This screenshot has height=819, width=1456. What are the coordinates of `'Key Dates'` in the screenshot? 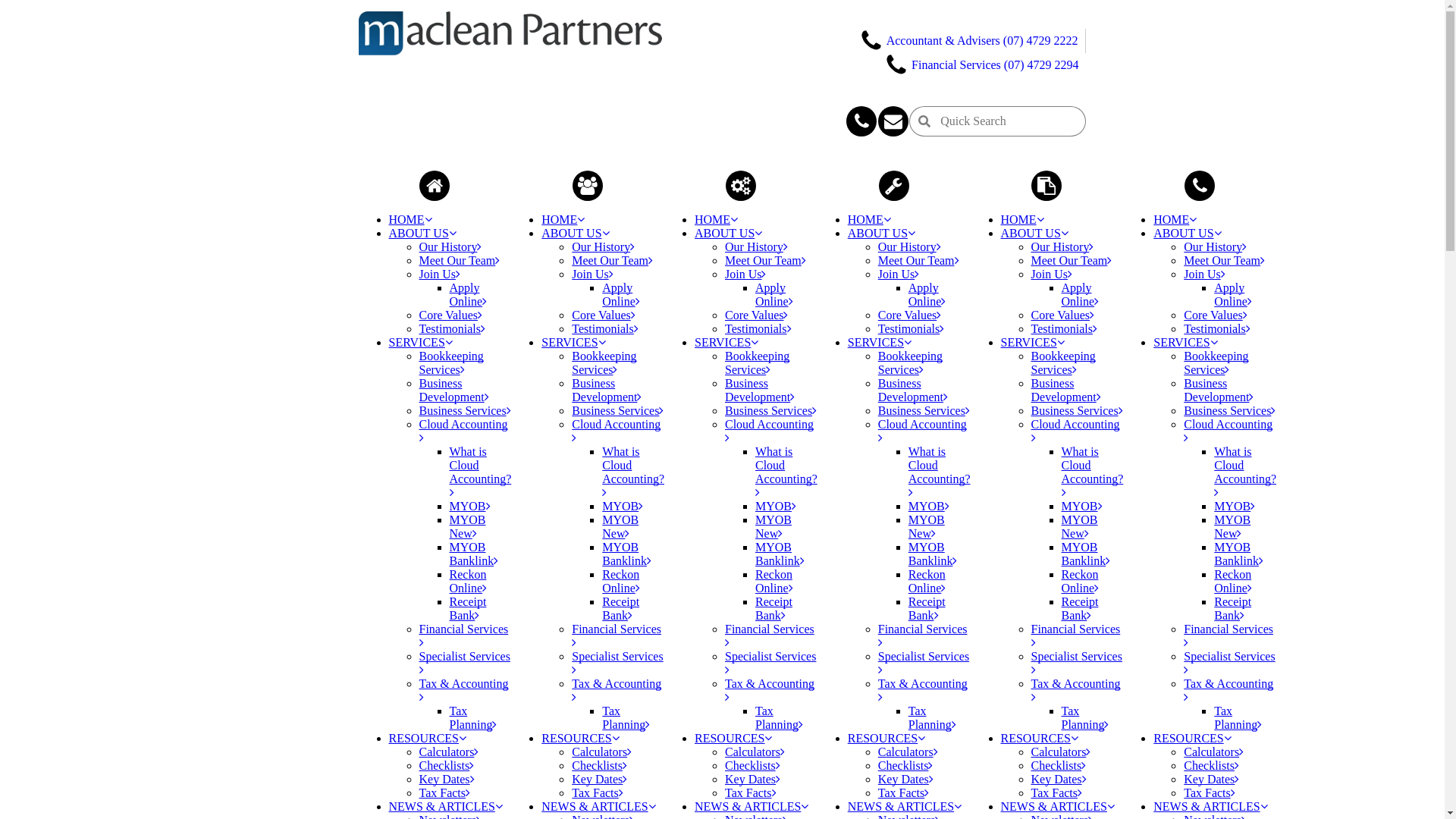 It's located at (1210, 779).